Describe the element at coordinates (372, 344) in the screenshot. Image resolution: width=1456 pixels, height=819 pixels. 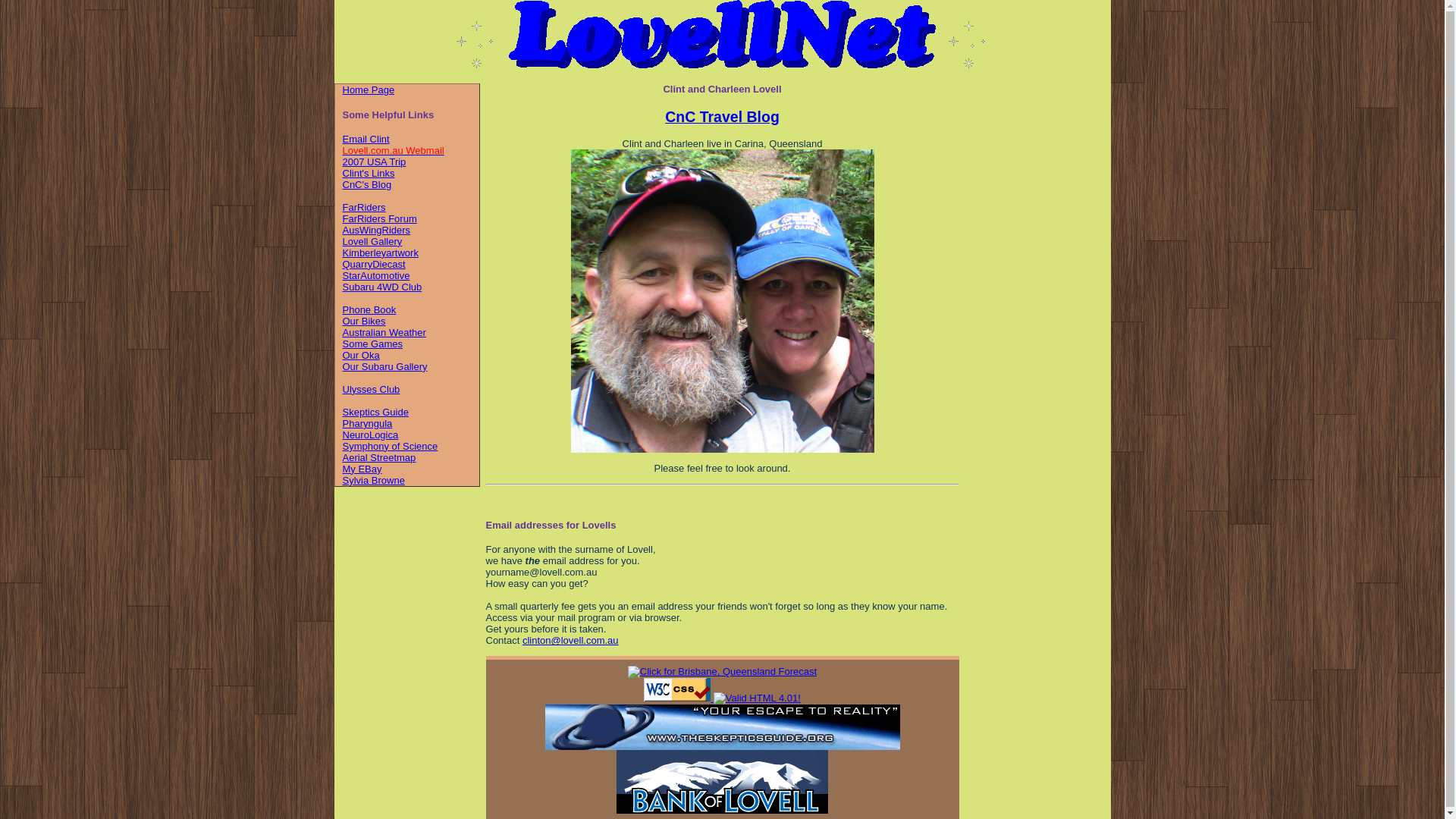
I see `'Some Games'` at that location.